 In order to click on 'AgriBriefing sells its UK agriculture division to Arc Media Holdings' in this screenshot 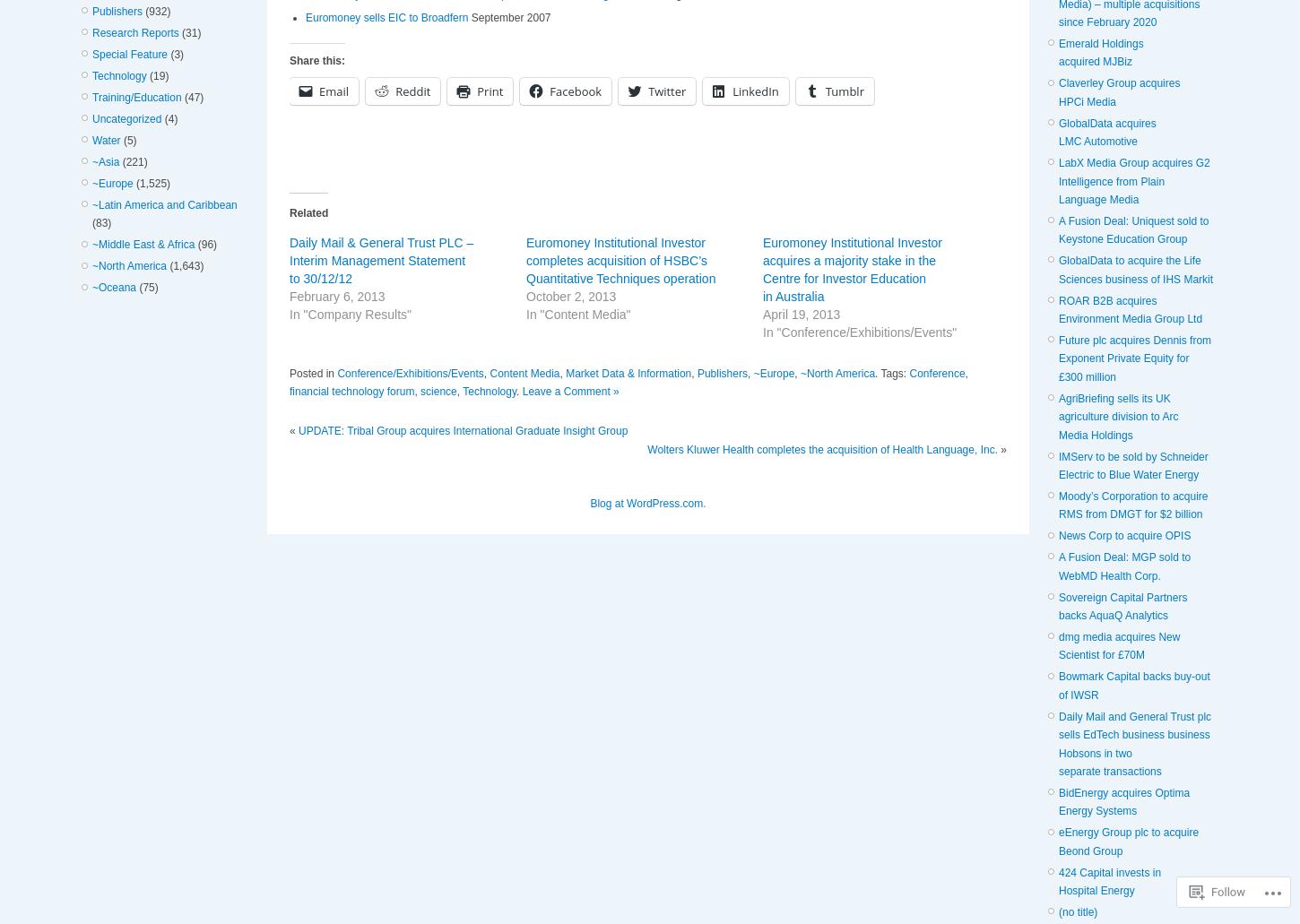, I will do `click(1118, 416)`.